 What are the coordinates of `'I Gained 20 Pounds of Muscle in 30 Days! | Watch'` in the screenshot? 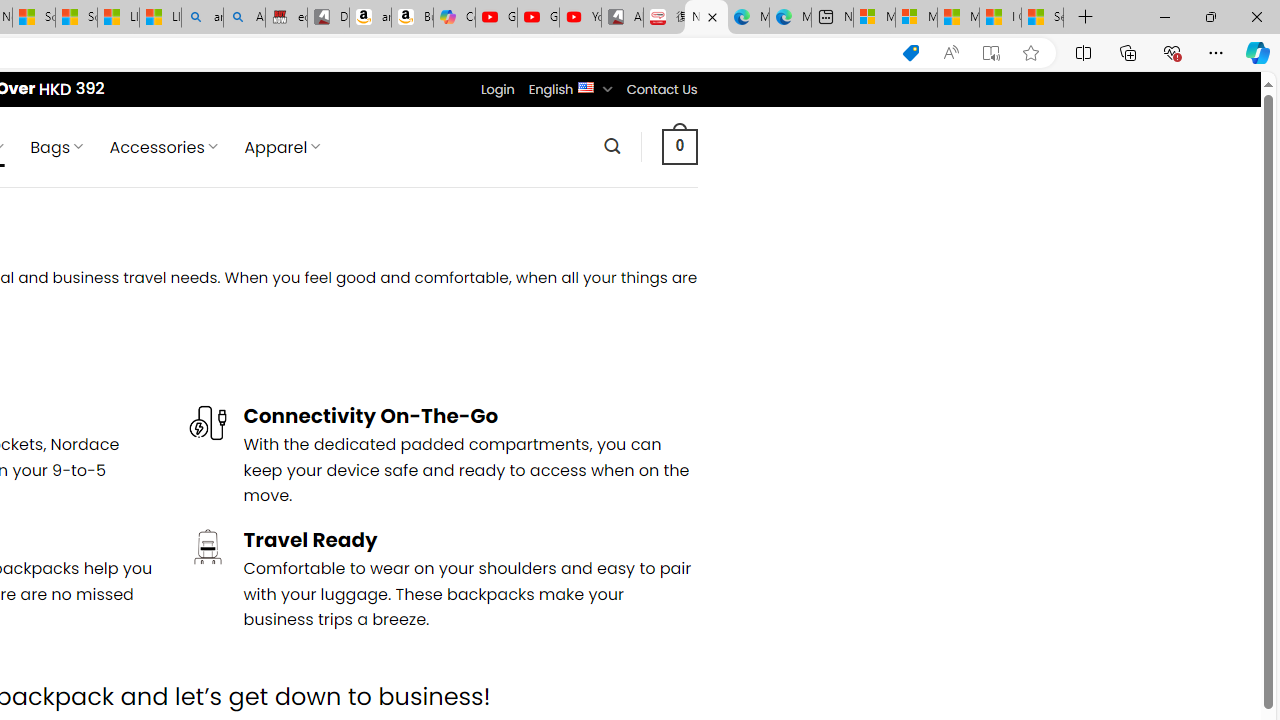 It's located at (1000, 17).